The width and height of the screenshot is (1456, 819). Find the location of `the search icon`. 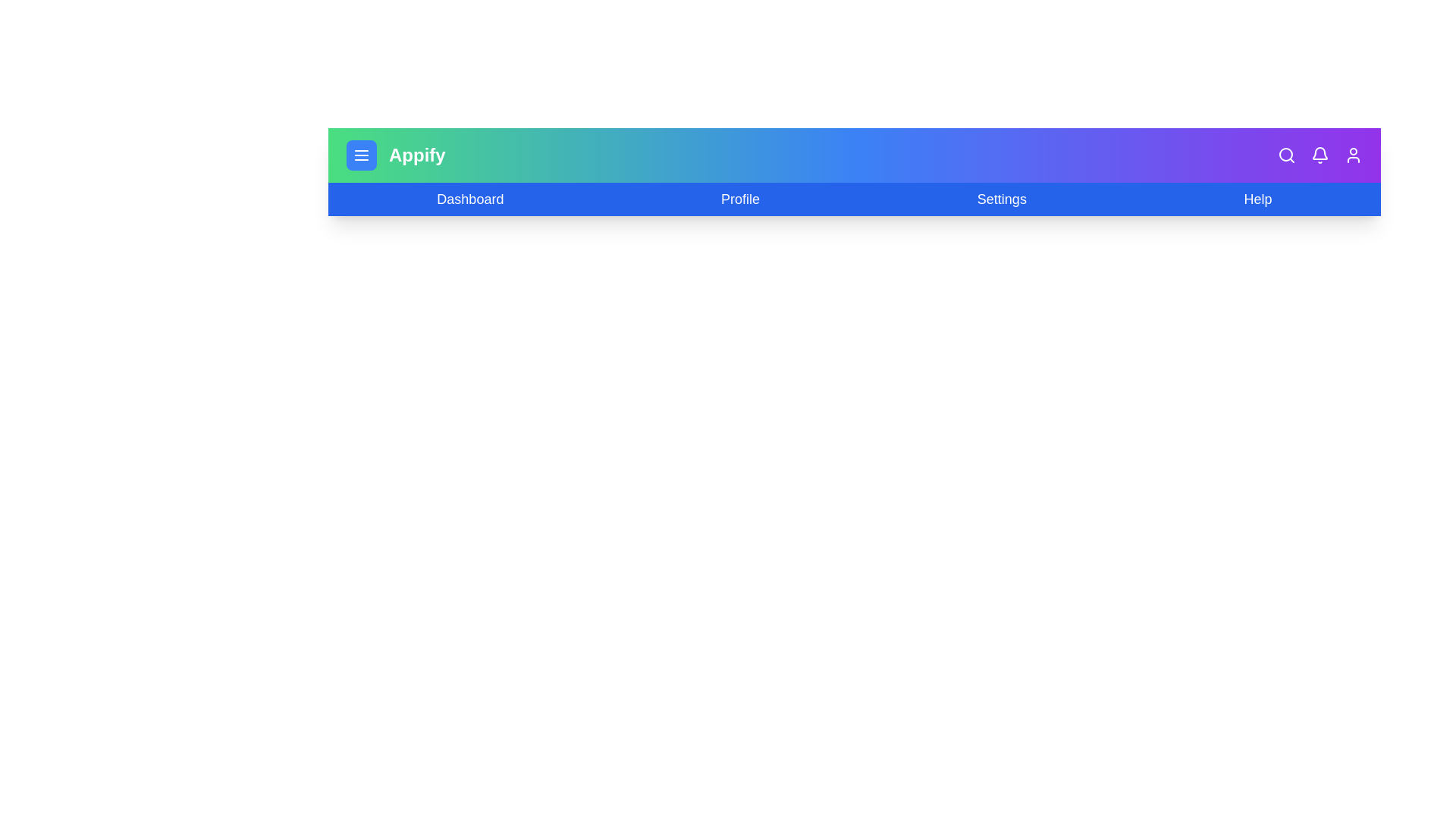

the search icon is located at coordinates (1286, 155).